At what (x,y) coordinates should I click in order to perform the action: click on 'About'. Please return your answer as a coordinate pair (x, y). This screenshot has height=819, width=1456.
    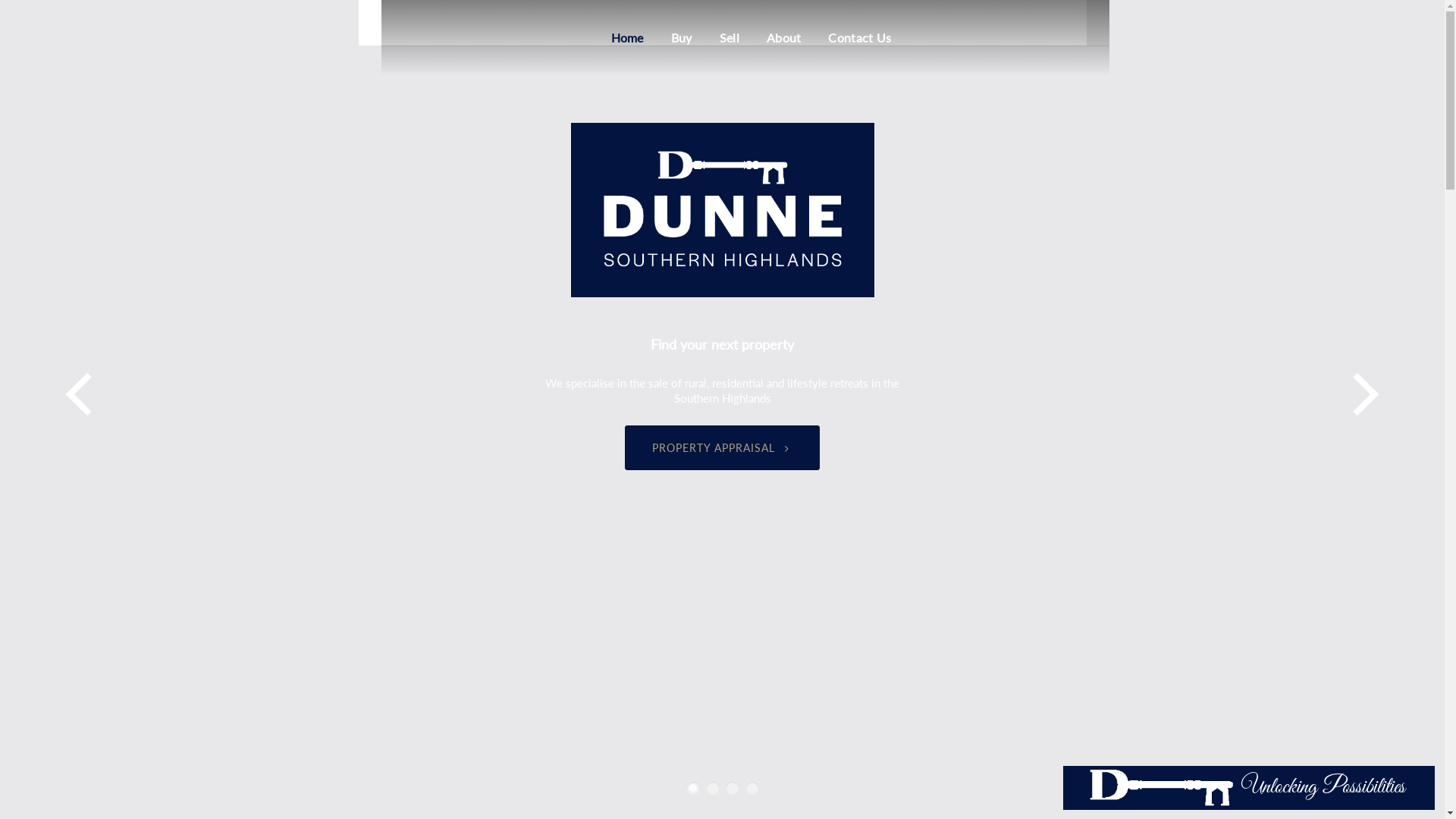
    Looking at the image, I should click on (783, 37).